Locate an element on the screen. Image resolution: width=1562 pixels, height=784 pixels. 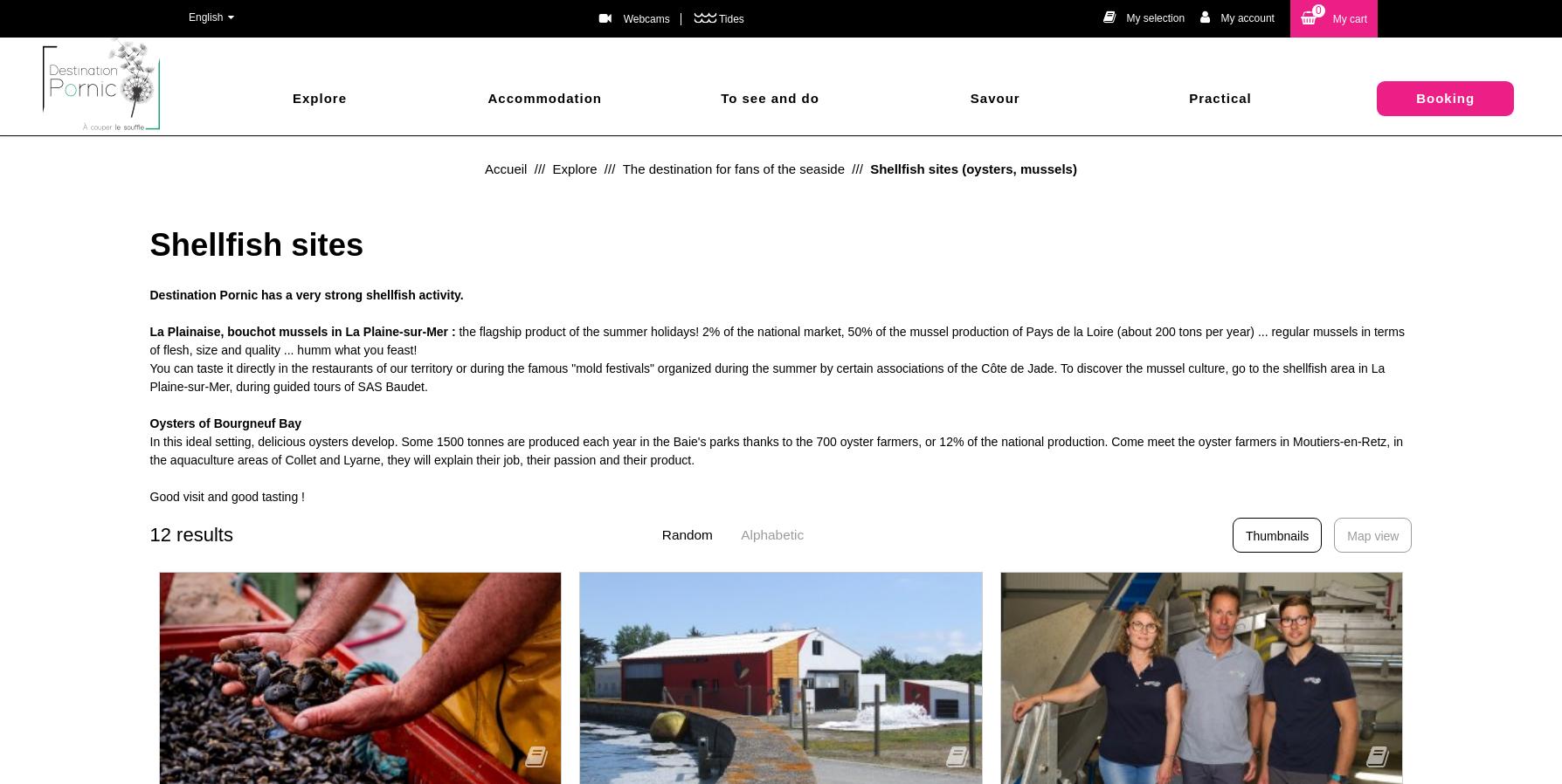
'Shellfish sites (oysters, mussels)' is located at coordinates (869, 168).